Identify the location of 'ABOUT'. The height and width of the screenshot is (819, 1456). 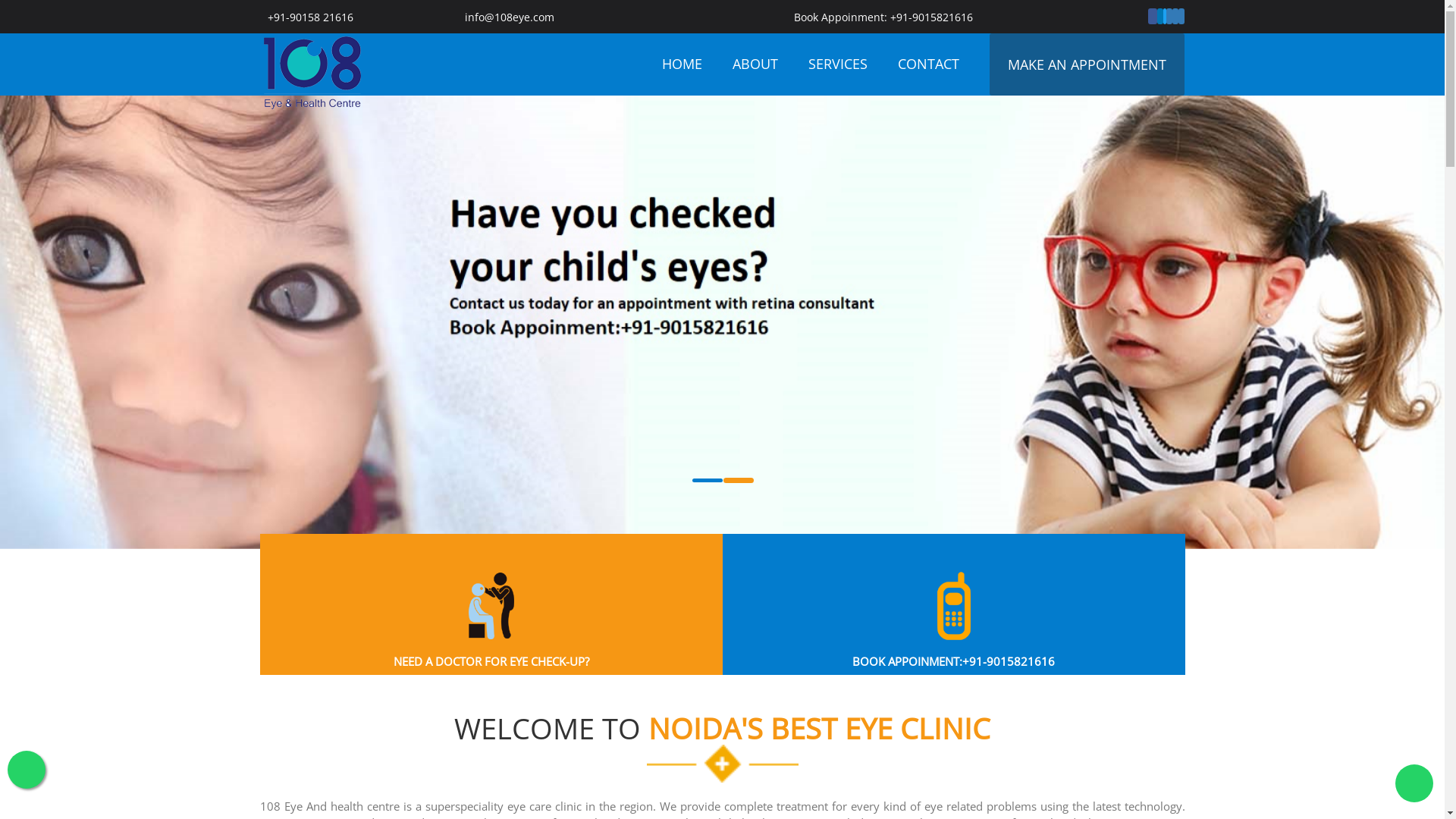
(732, 63).